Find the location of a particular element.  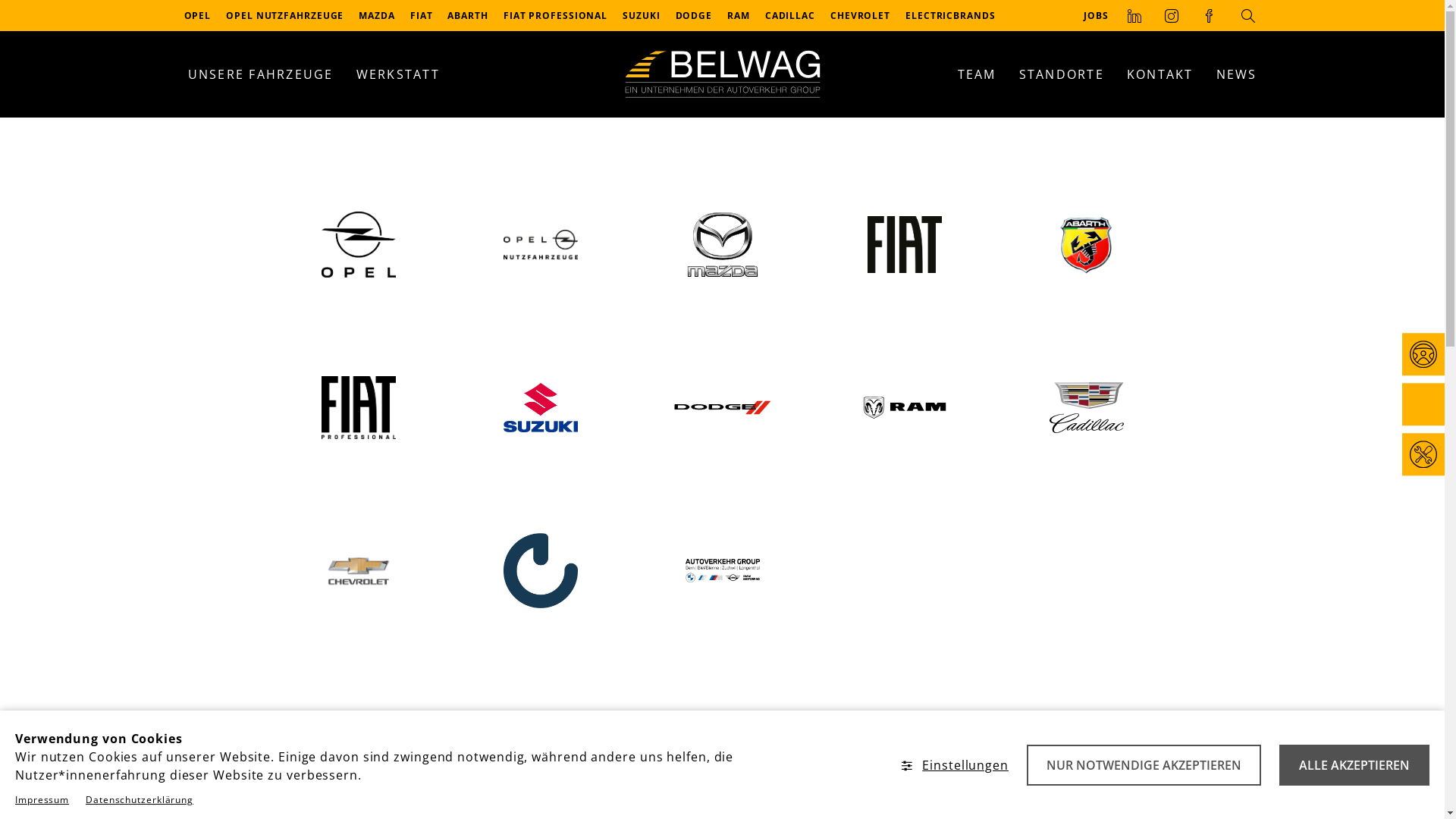

'OPEL NUTZFAHRZEUGE' is located at coordinates (284, 15).